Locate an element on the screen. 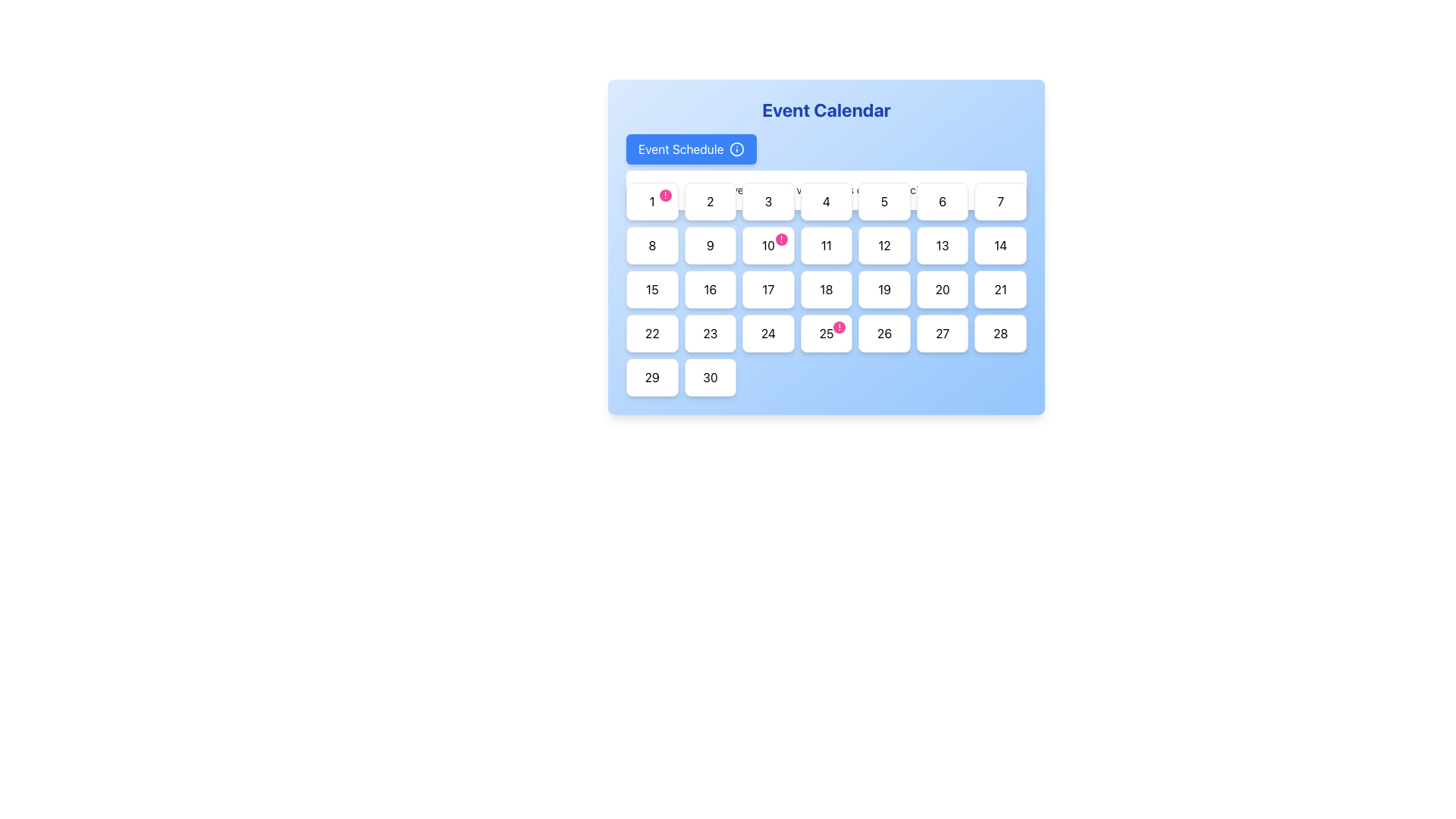 The width and height of the screenshot is (1456, 819). the Calendar Day Cell representing the number '3', which is the third cell from the left in the top row of the calendar grid is located at coordinates (768, 201).